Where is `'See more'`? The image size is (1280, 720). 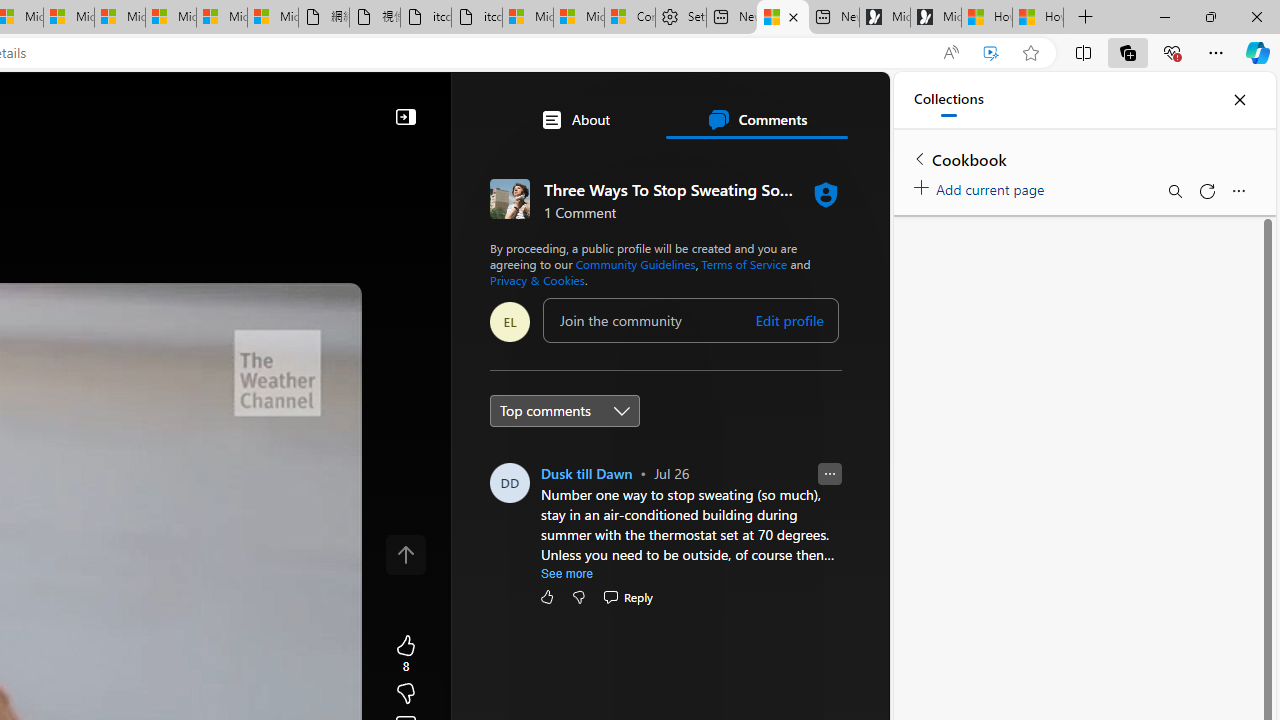 'See more' is located at coordinates (566, 573).